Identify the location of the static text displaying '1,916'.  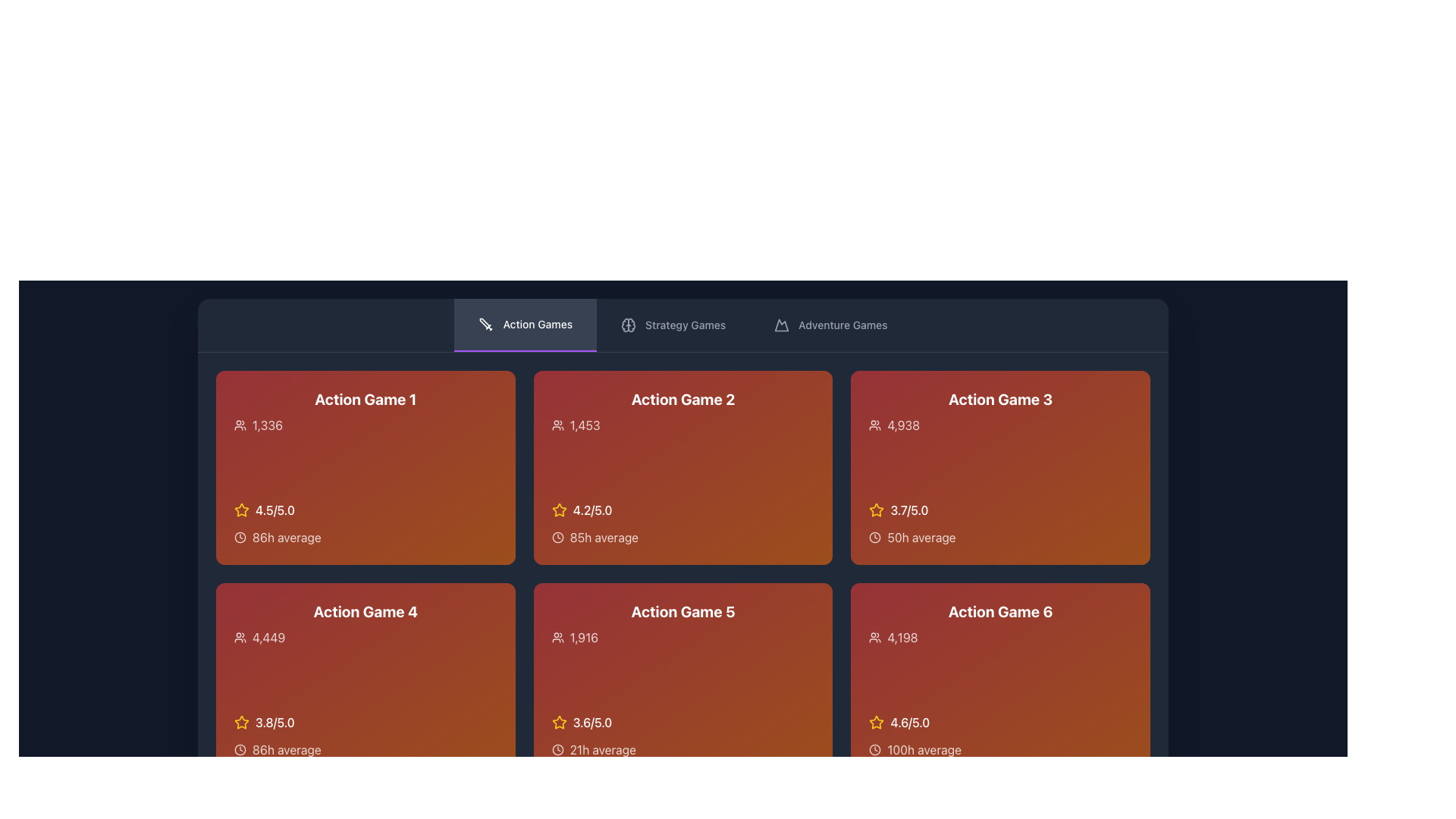
(583, 637).